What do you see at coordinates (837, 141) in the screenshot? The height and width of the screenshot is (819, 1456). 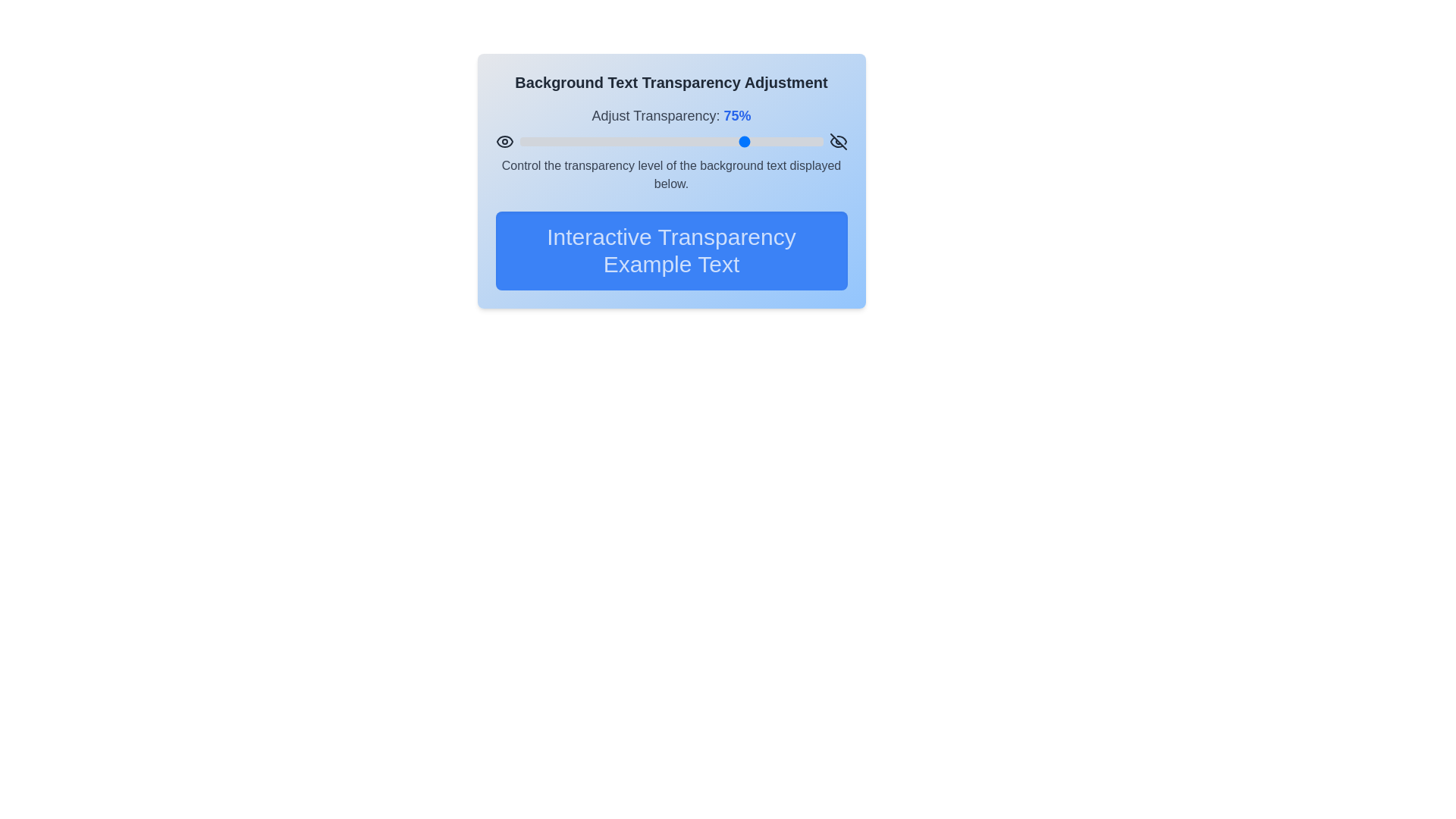 I see `the right eye icon` at bounding box center [837, 141].